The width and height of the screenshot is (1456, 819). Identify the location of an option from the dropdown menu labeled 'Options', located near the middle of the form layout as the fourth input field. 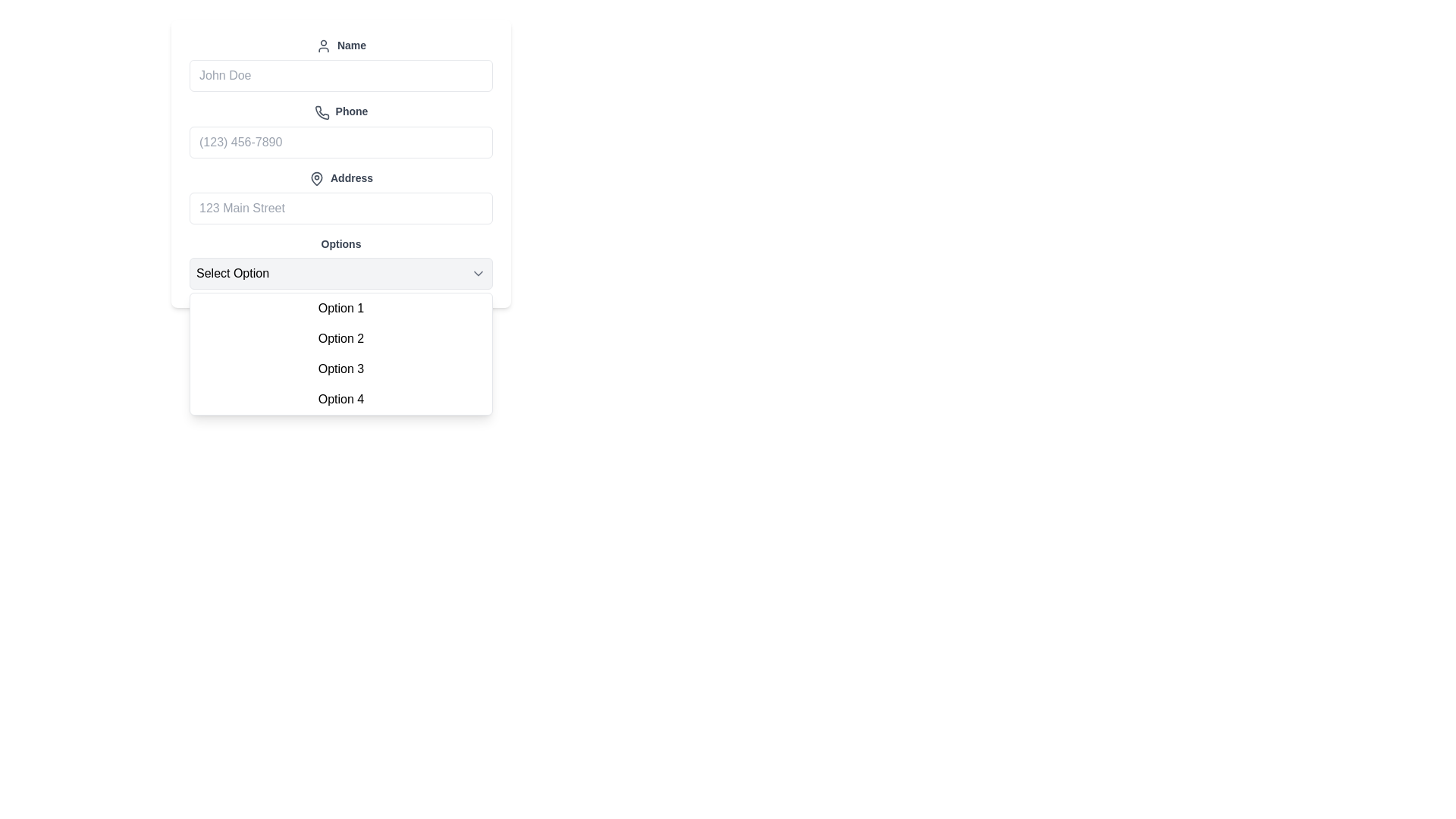
(340, 262).